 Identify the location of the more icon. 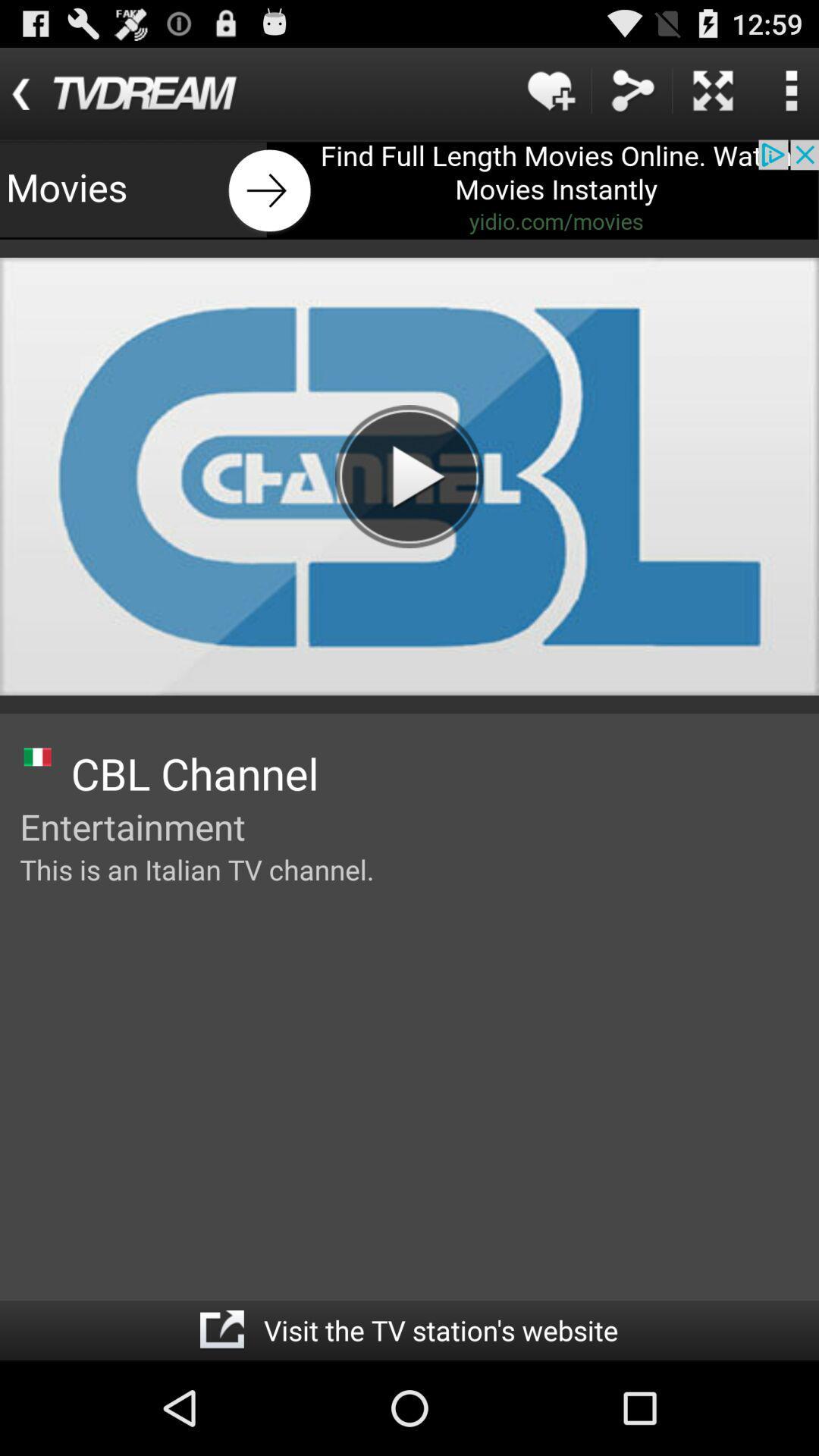
(790, 96).